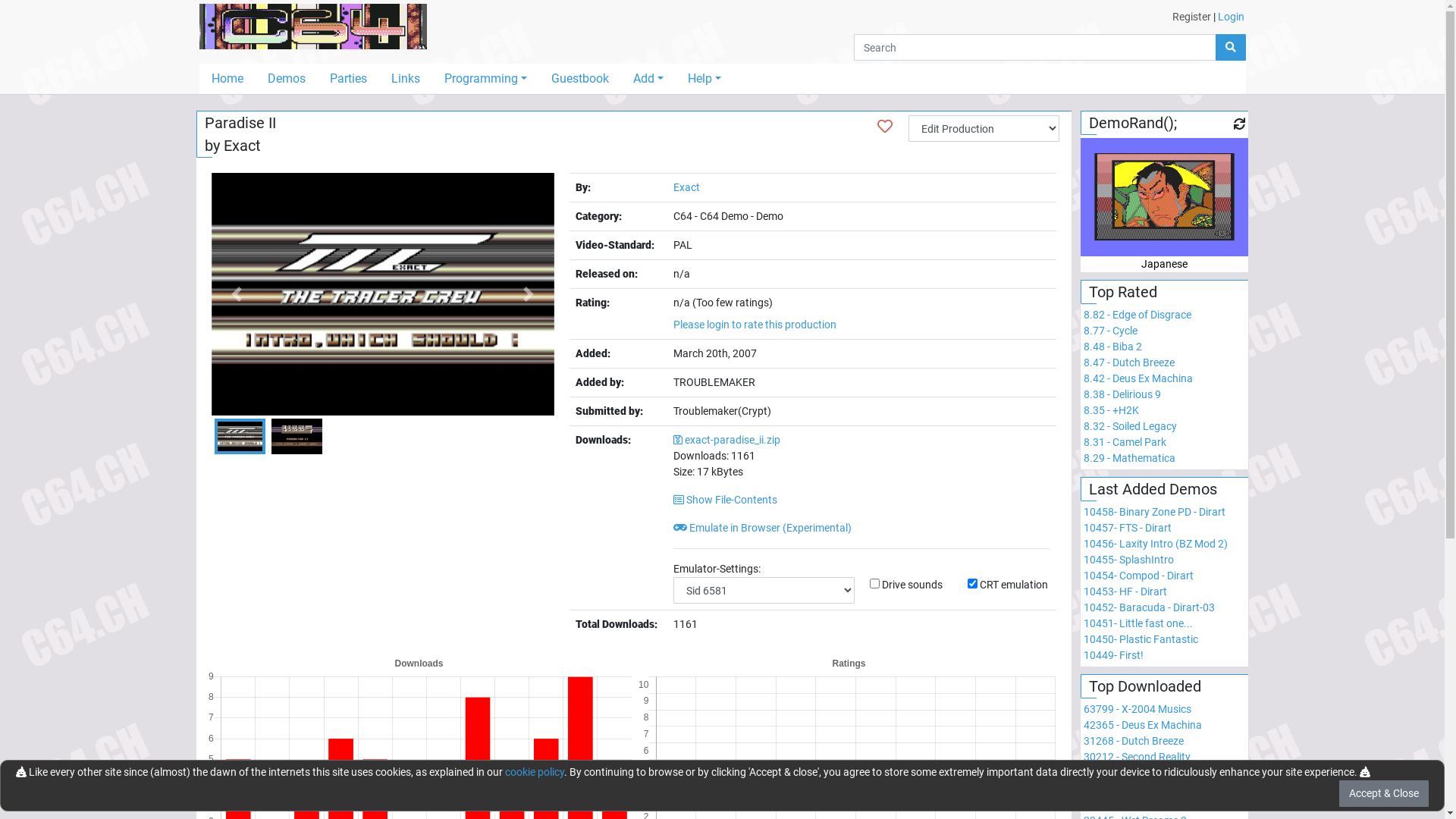  What do you see at coordinates (1113, 654) in the screenshot?
I see `'10449- First!'` at bounding box center [1113, 654].